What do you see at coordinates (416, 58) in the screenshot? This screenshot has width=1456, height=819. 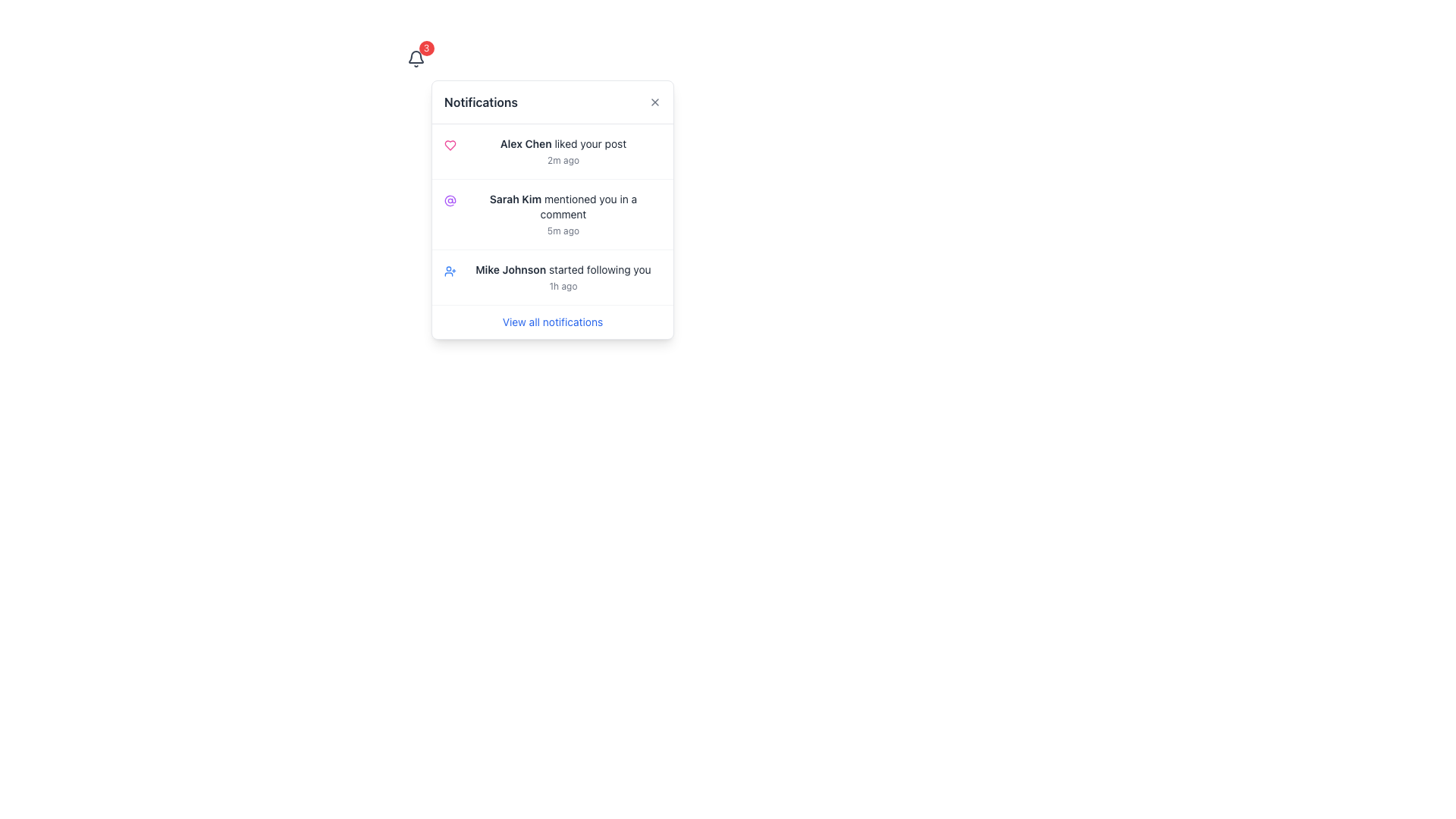 I see `the bell icon located in the top-right notifications section` at bounding box center [416, 58].